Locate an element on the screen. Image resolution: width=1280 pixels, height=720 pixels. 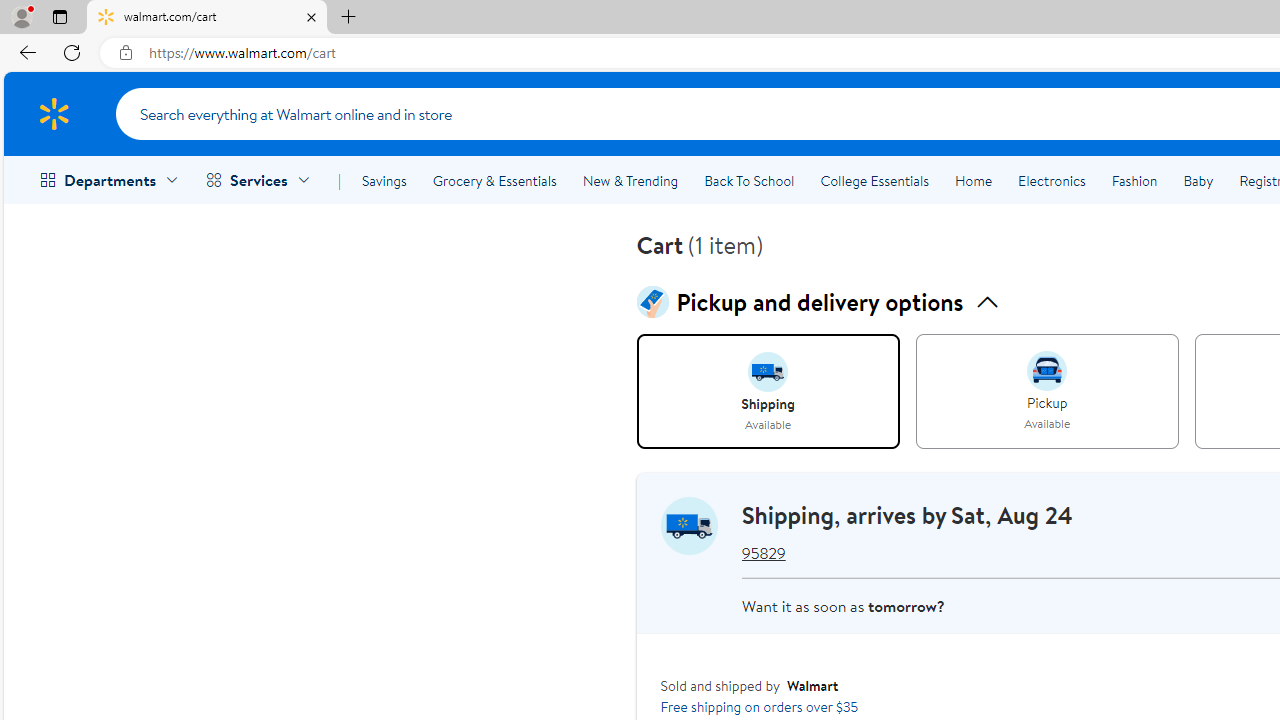
'Fashion' is located at coordinates (1134, 181).